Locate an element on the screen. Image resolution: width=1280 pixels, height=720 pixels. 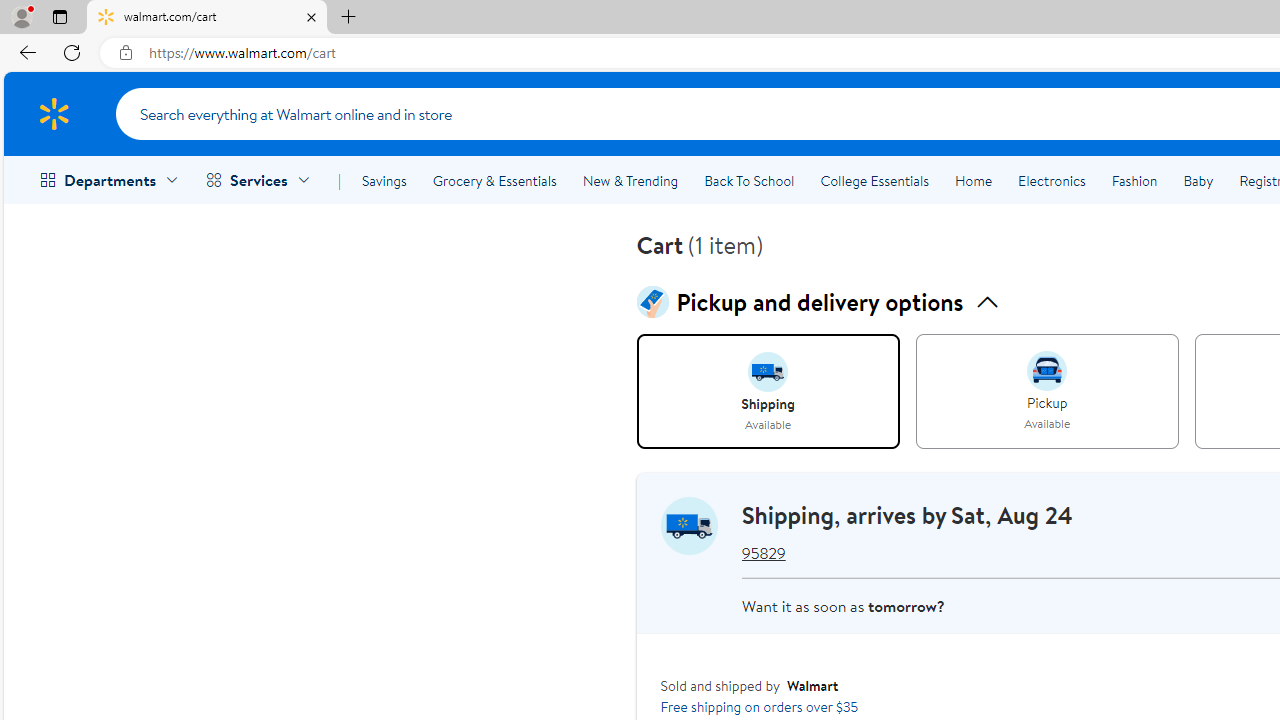
'Fashion' is located at coordinates (1134, 181).